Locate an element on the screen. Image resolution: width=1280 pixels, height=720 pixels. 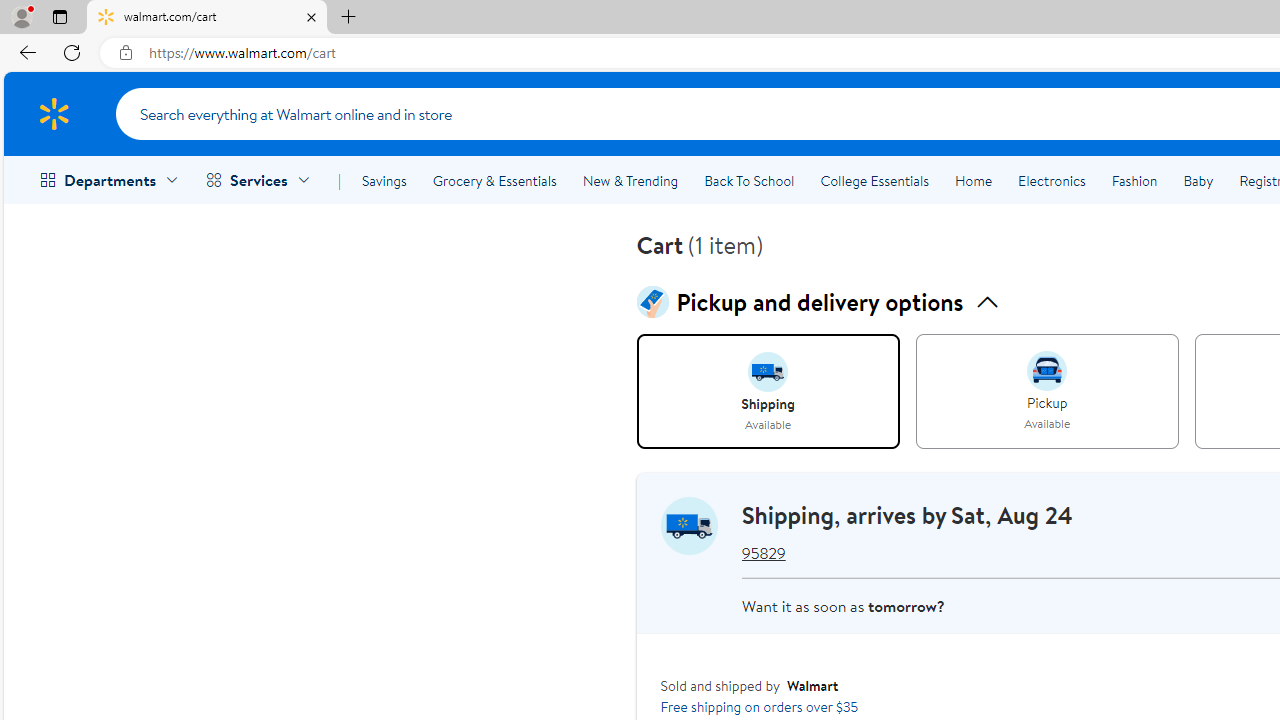
'Fashion' is located at coordinates (1134, 181).